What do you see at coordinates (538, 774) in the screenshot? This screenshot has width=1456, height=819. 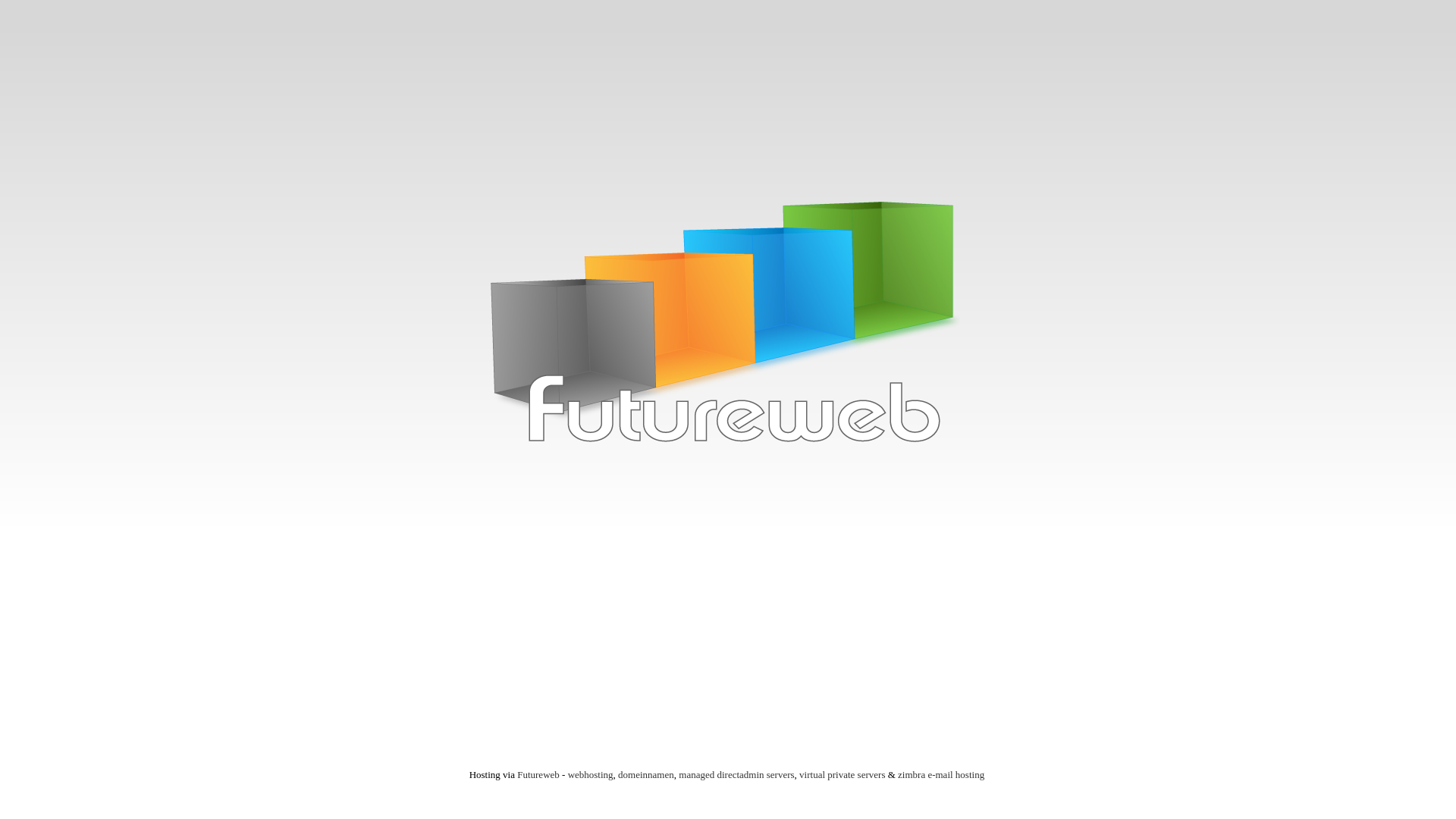 I see `'Futureweb'` at bounding box center [538, 774].